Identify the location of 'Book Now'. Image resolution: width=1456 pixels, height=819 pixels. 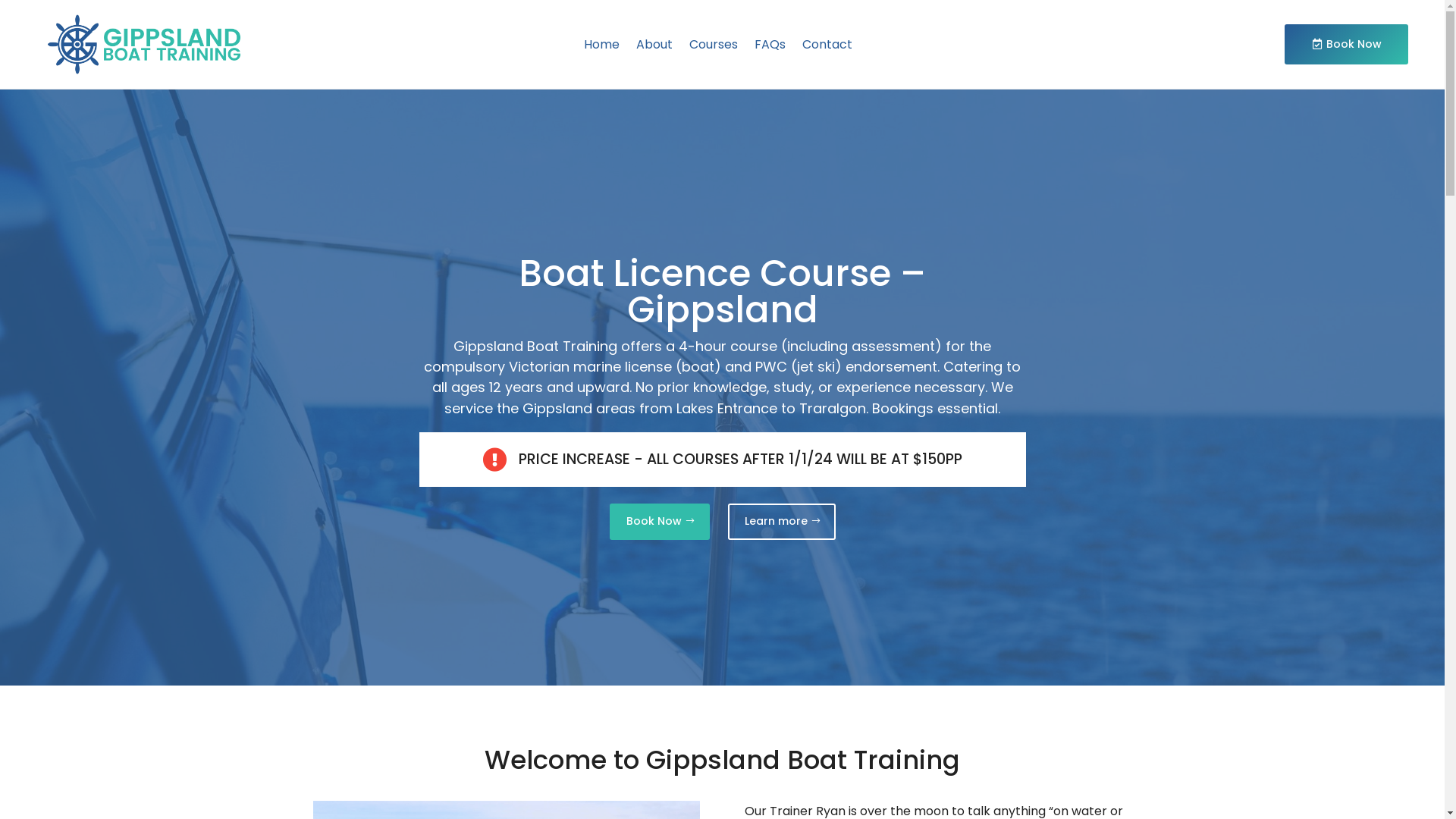
(659, 520).